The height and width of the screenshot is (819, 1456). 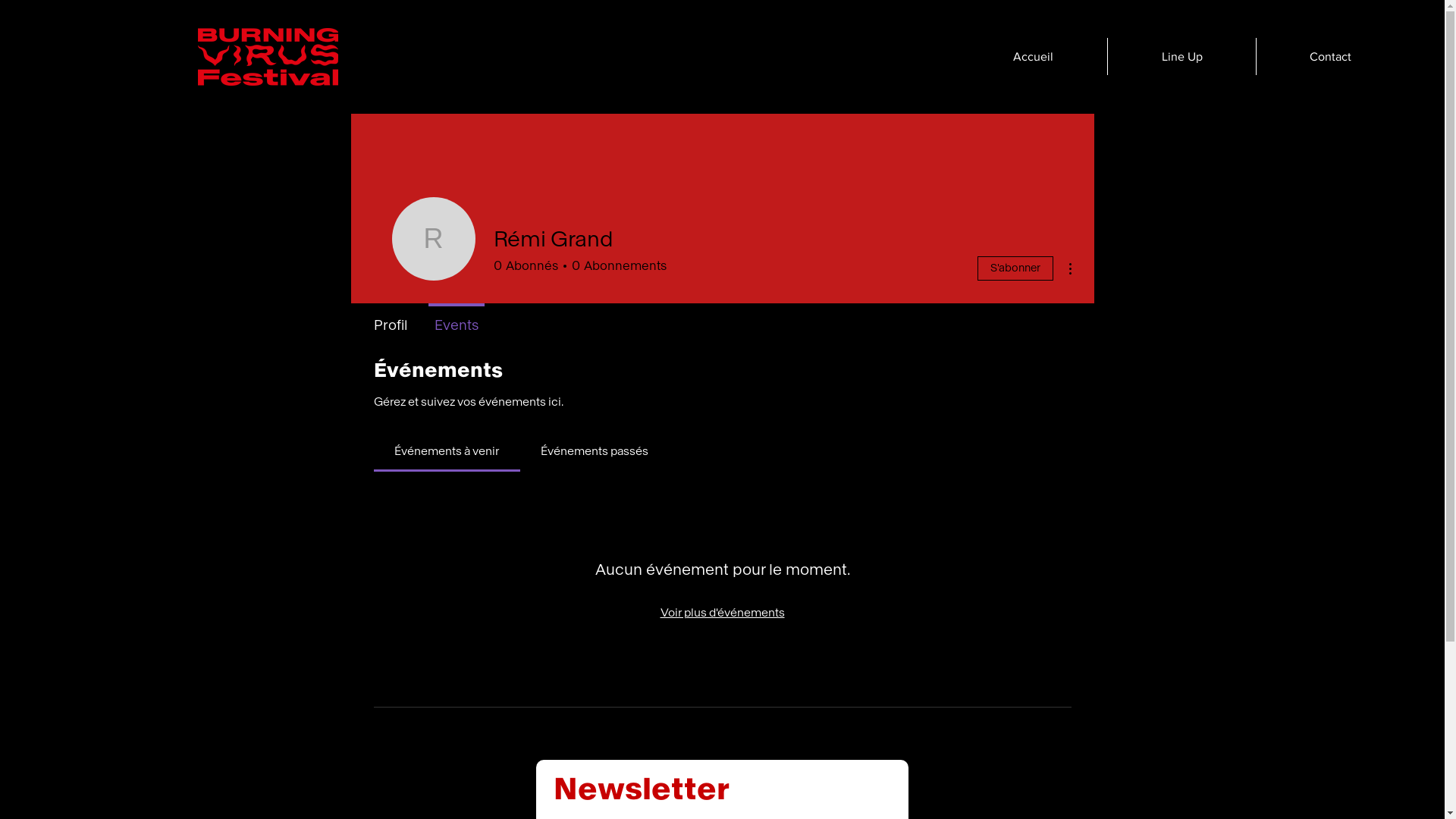 I want to click on 'Events', so click(x=454, y=318).